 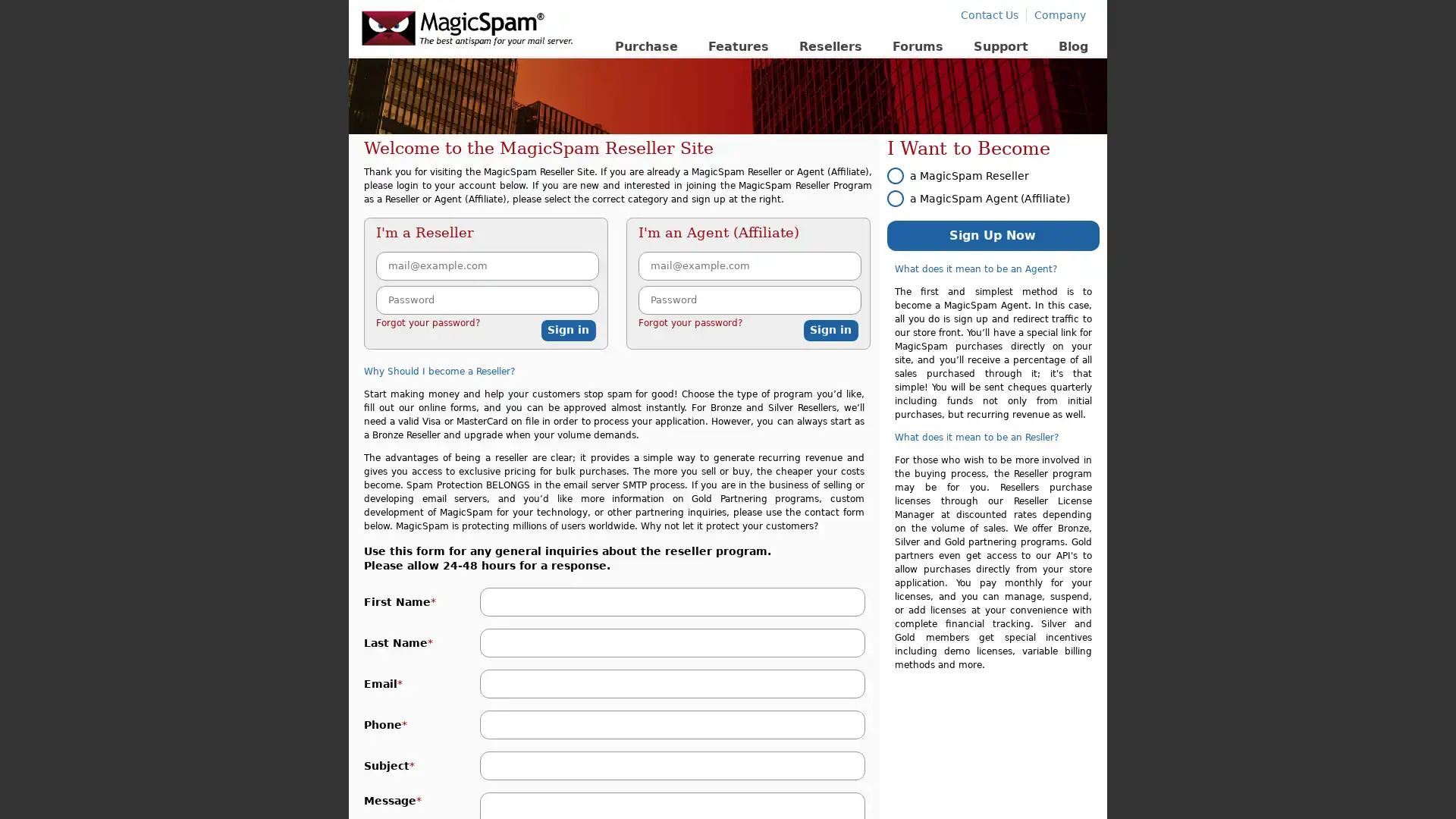 What do you see at coordinates (993, 234) in the screenshot?
I see `Sign Up Now` at bounding box center [993, 234].